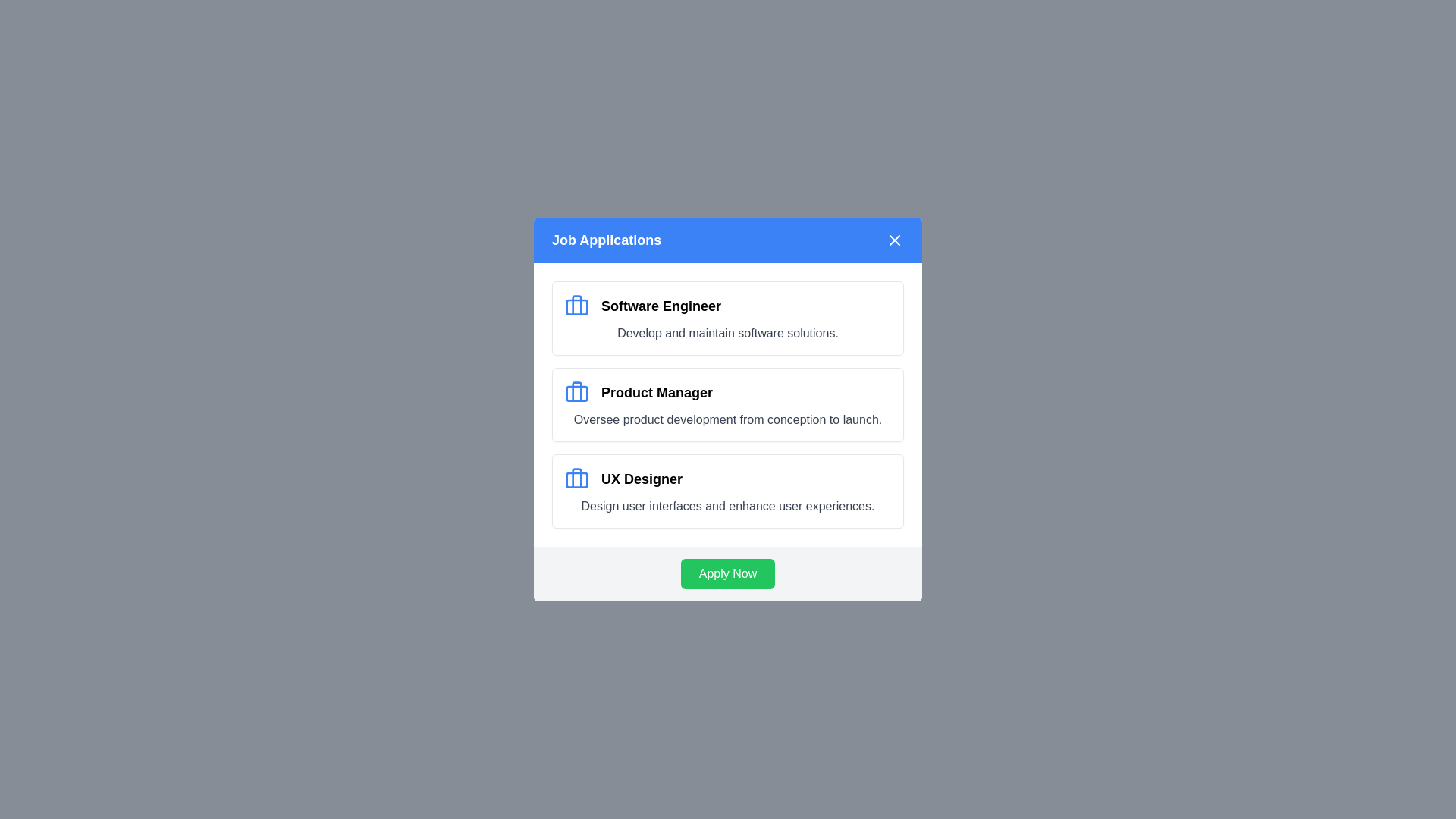 This screenshot has height=819, width=1456. I want to click on the 'Apply Now' button, which is a rectangular button with a green background and white text, located centrally at the bottom of a modal dialog box under job descriptions, so click(728, 573).